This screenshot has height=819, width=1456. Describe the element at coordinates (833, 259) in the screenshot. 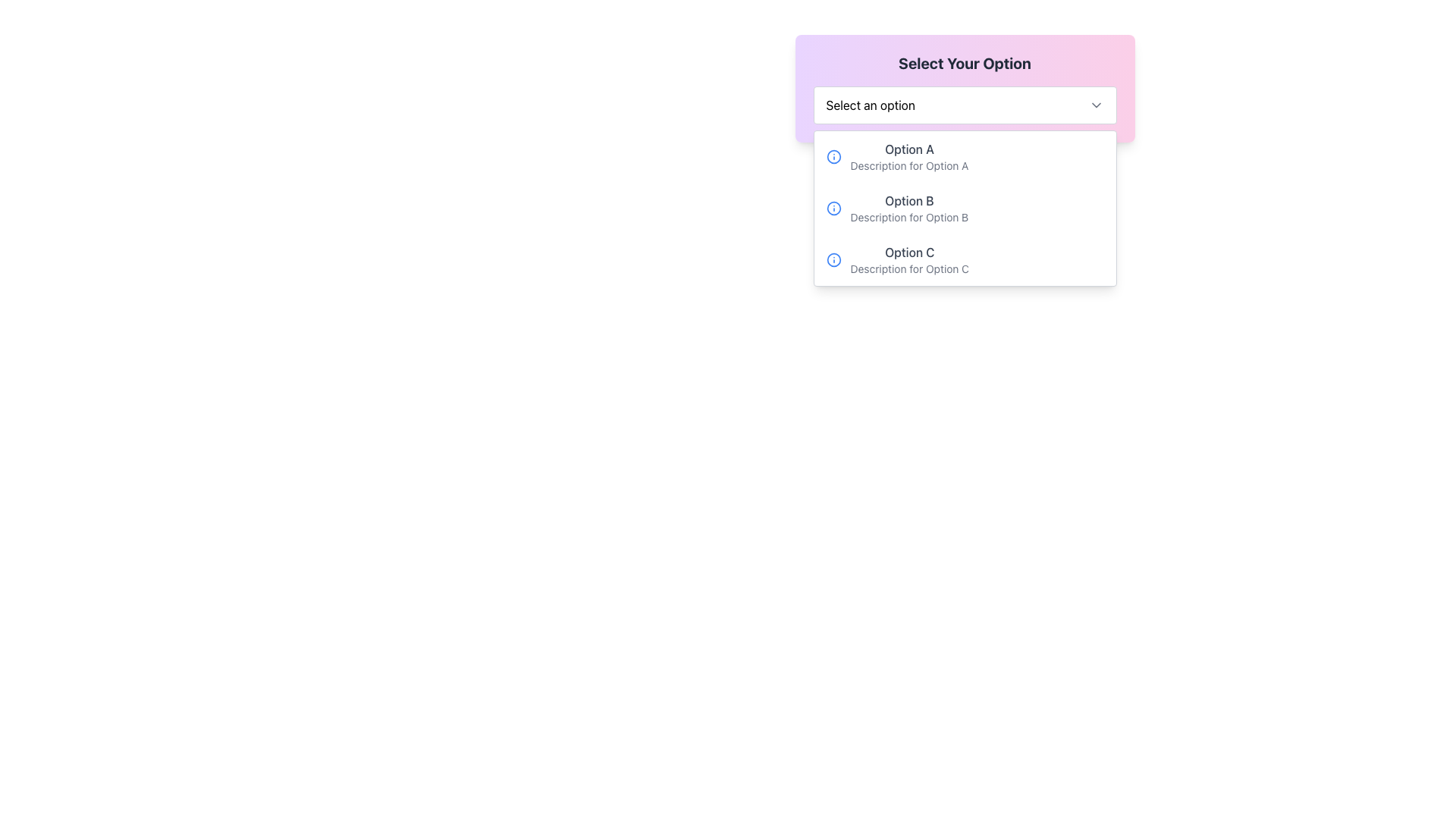

I see `the information icon located to the left of 'Option C'` at that location.